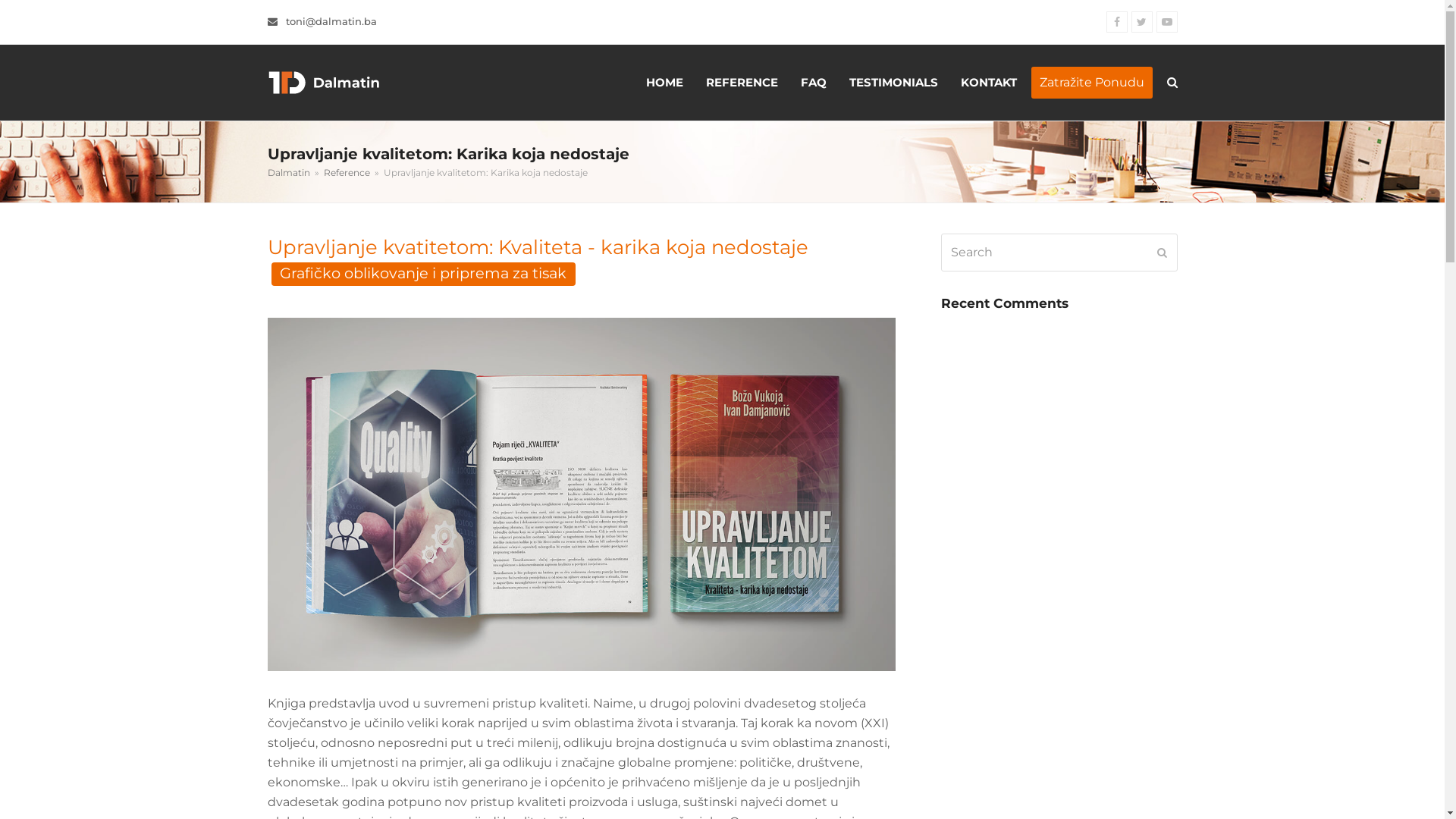 This screenshot has height=819, width=1456. I want to click on 'Twitter', so click(1131, 22).